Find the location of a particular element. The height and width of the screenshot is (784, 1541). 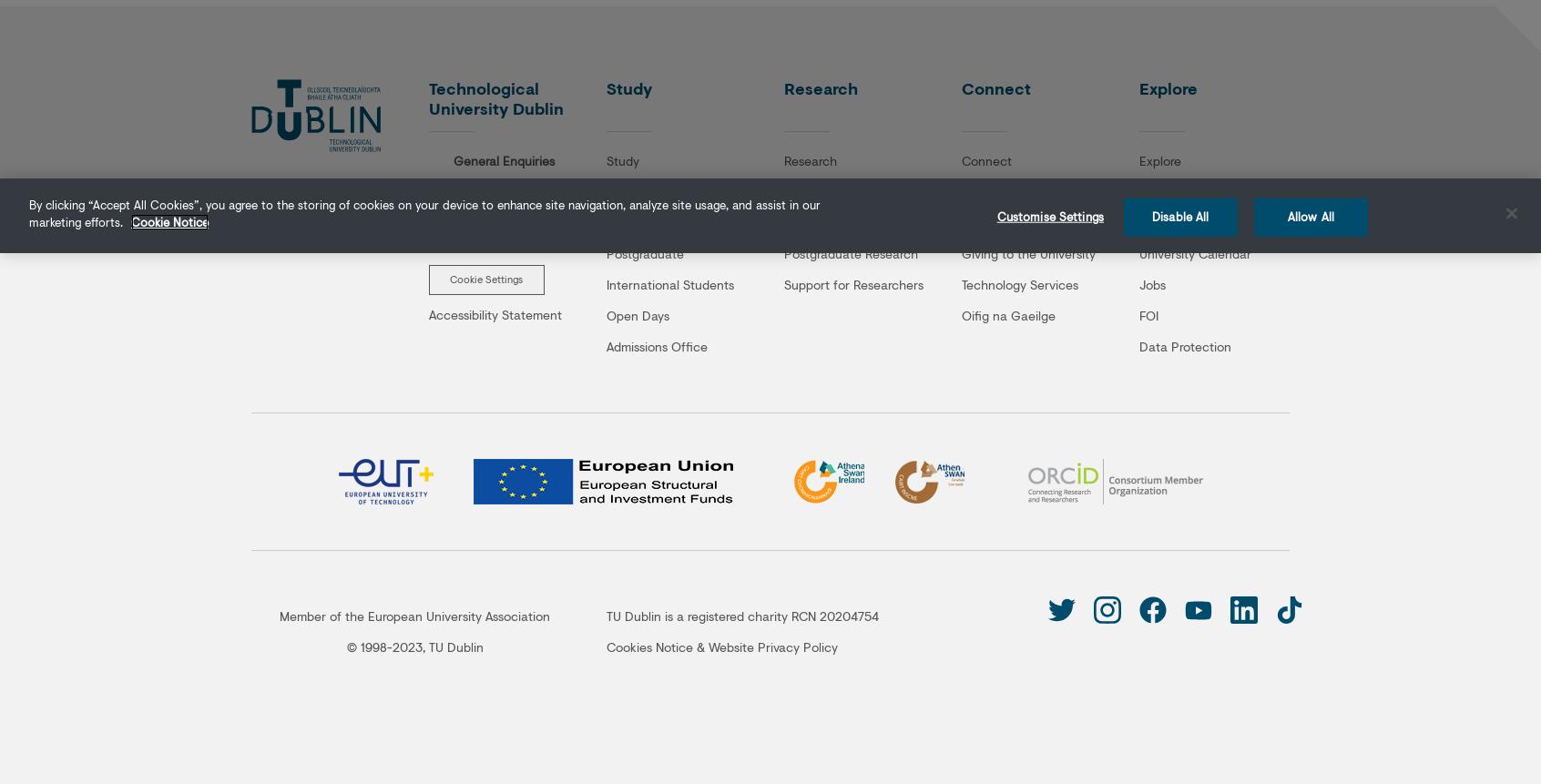

'Undergraduate' is located at coordinates (648, 189).